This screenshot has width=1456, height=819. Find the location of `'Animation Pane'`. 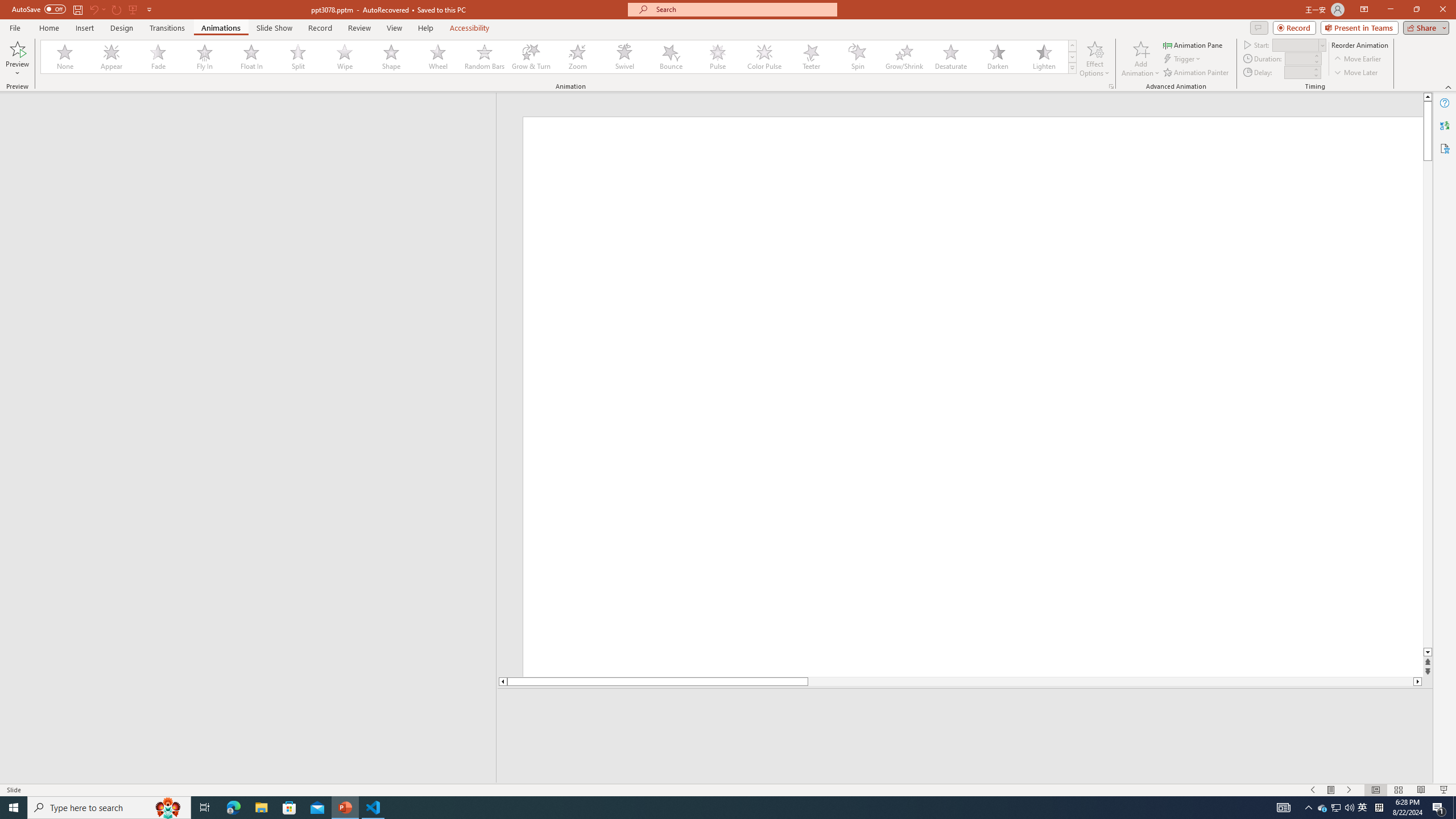

'Animation Pane' is located at coordinates (1194, 44).